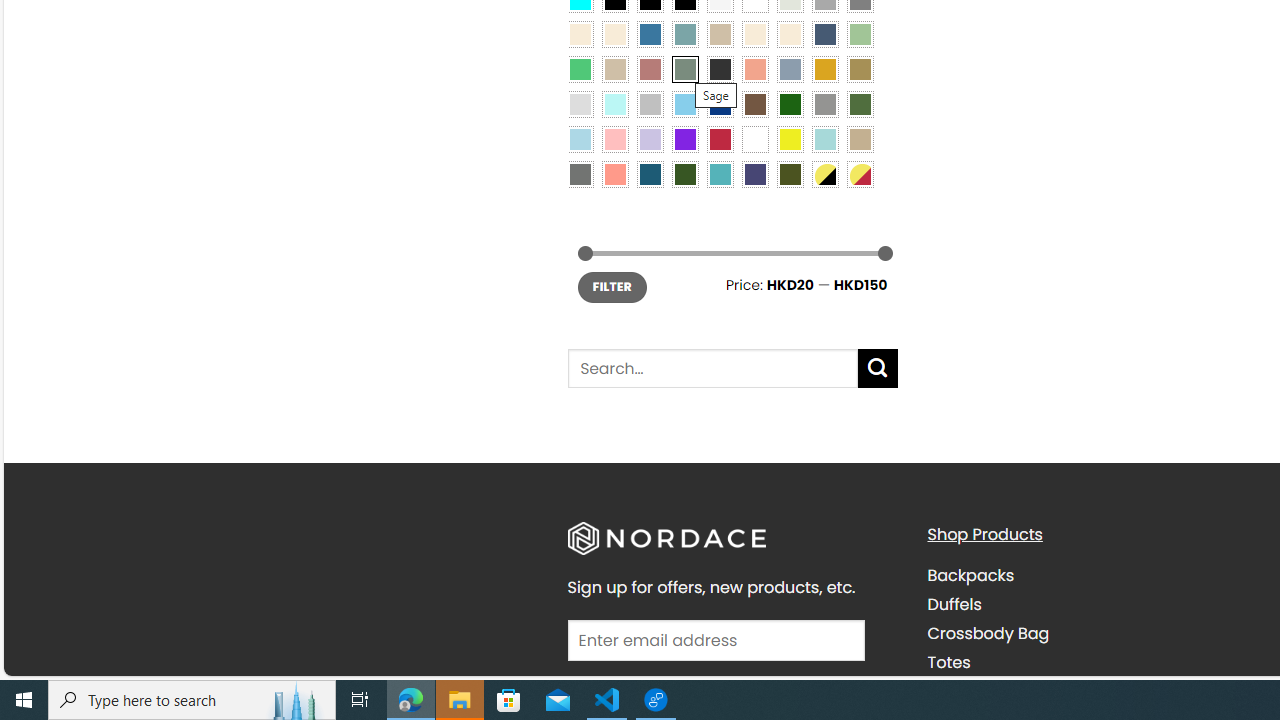 The height and width of the screenshot is (720, 1280). I want to click on 'Light Green', so click(860, 33).